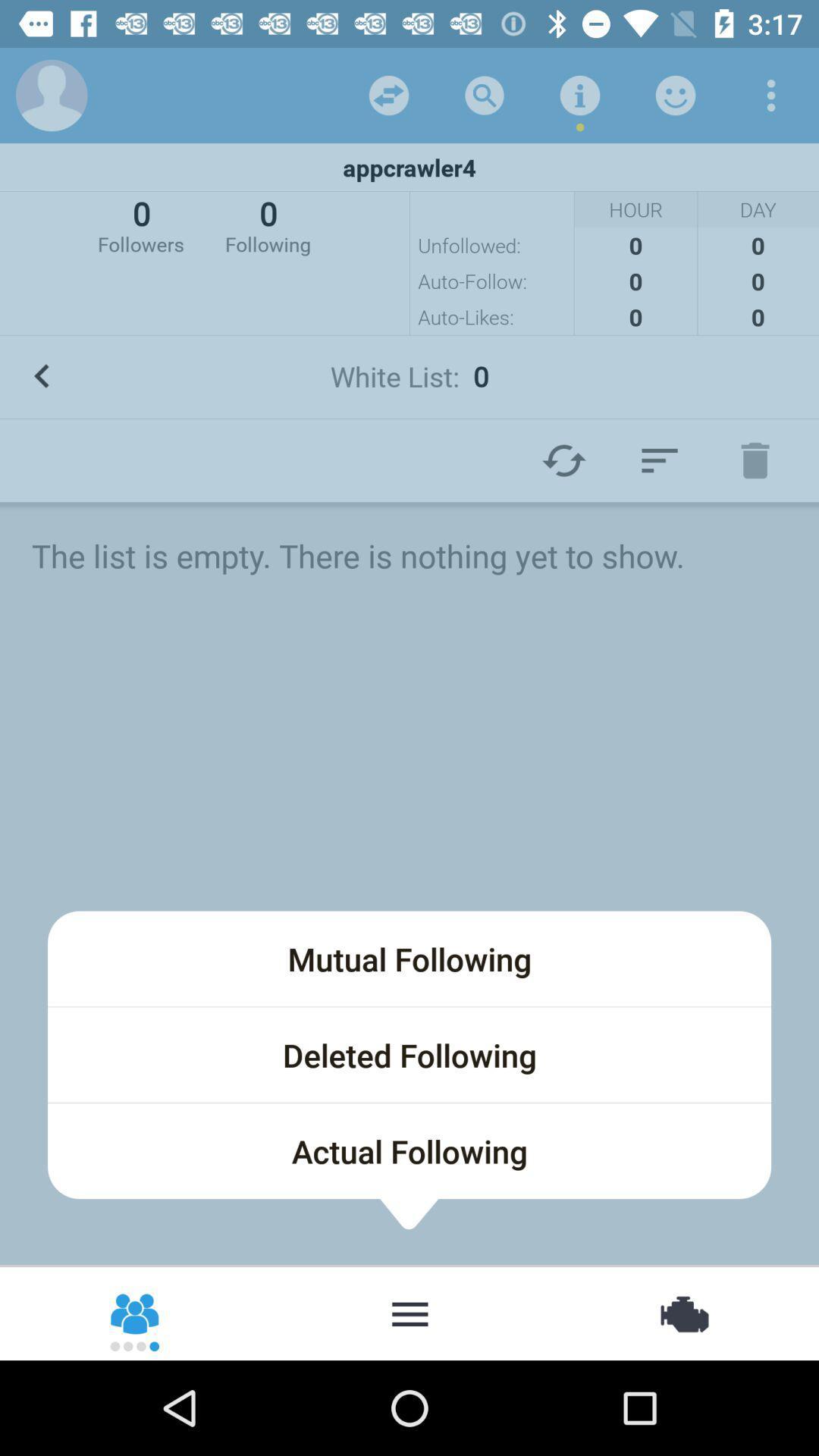 The height and width of the screenshot is (1456, 819). Describe the element at coordinates (659, 460) in the screenshot. I see `the filter_list icon` at that location.